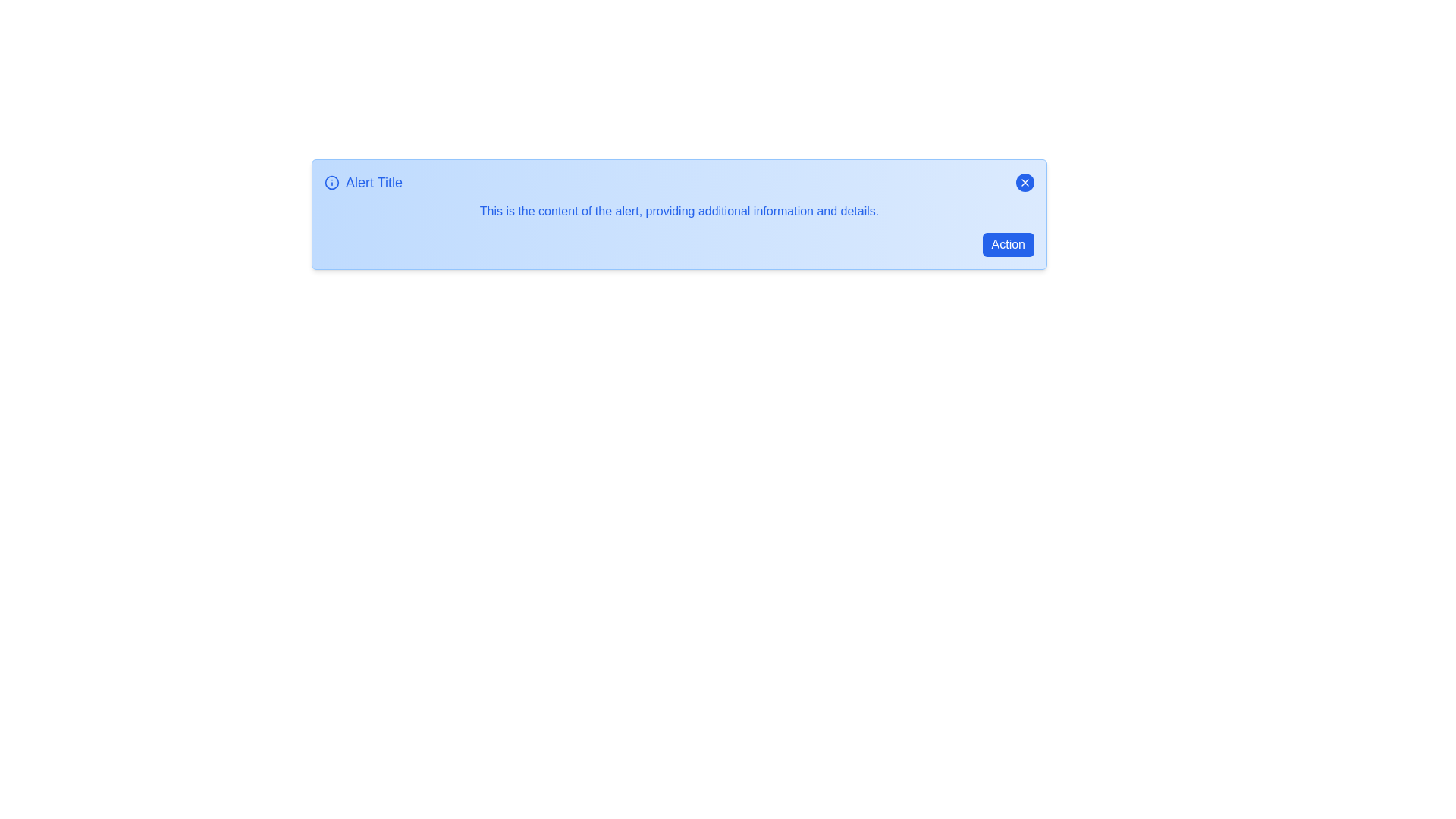 The width and height of the screenshot is (1456, 819). What do you see at coordinates (1025, 181) in the screenshot?
I see `close button to dismiss the alert` at bounding box center [1025, 181].